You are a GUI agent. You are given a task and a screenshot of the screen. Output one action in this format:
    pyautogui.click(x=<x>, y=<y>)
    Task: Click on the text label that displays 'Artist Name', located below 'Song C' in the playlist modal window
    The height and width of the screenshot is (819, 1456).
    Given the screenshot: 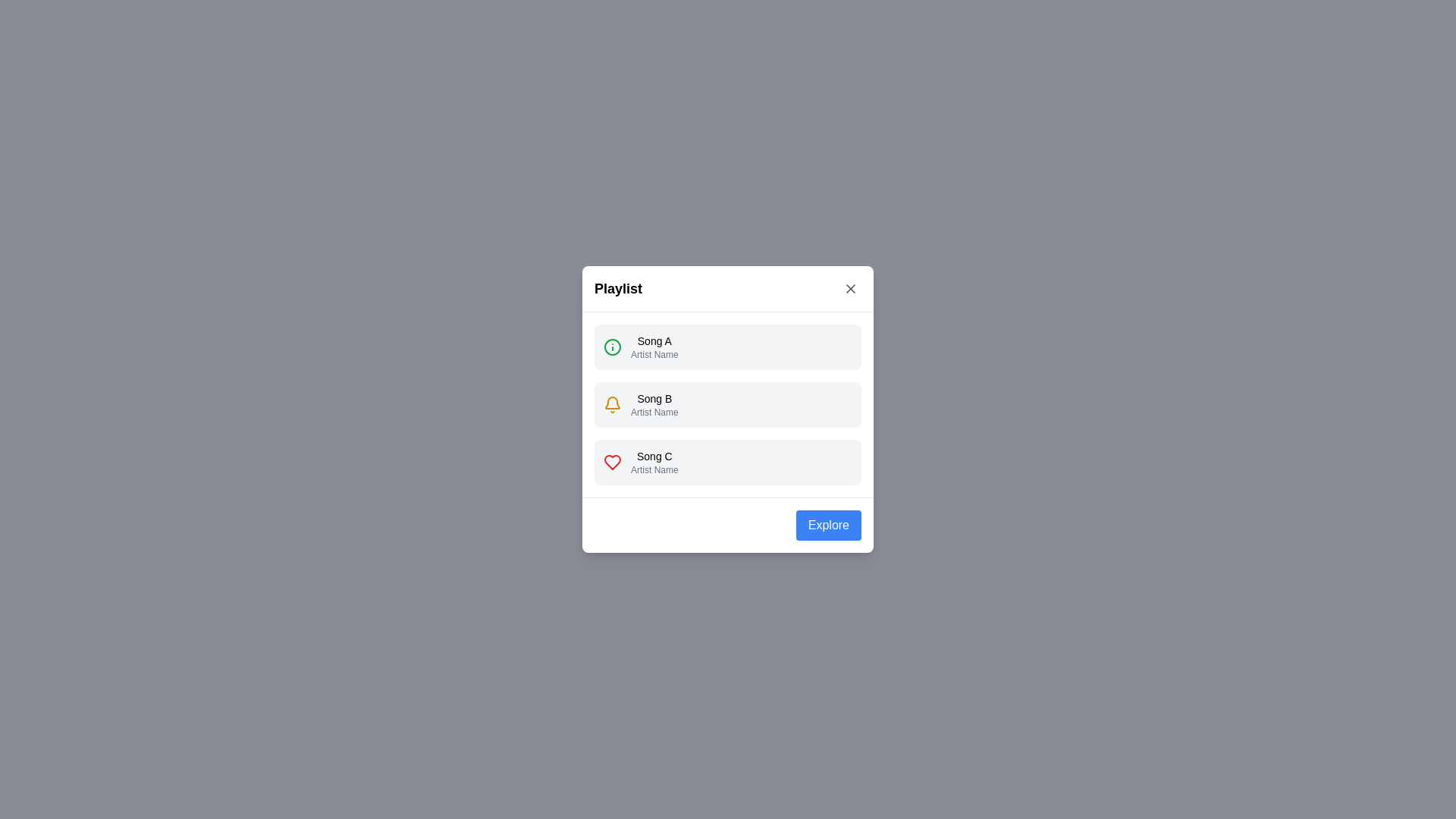 What is the action you would take?
    pyautogui.click(x=654, y=469)
    